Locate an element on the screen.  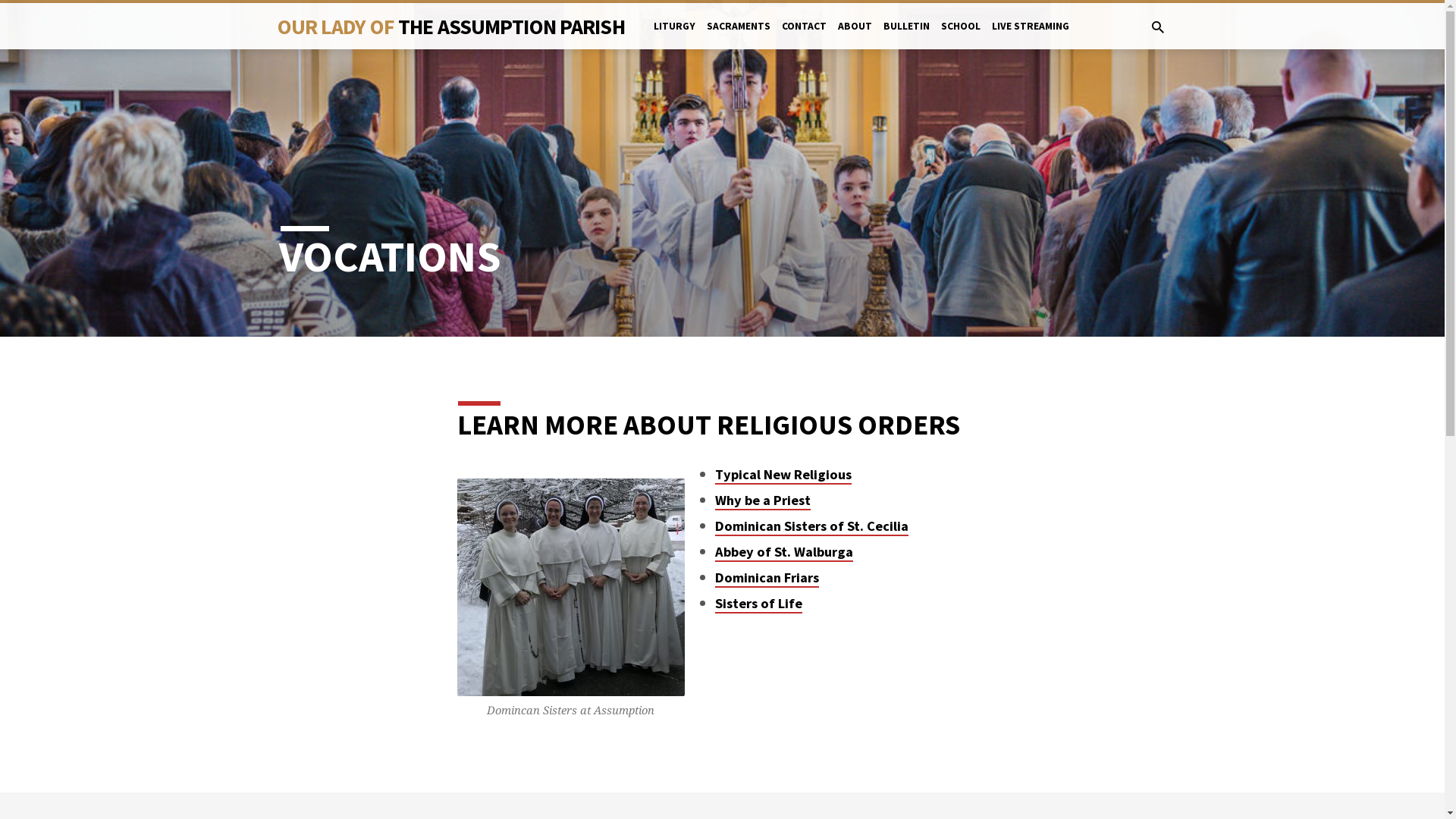
'SACRAMENTS' is located at coordinates (739, 35).